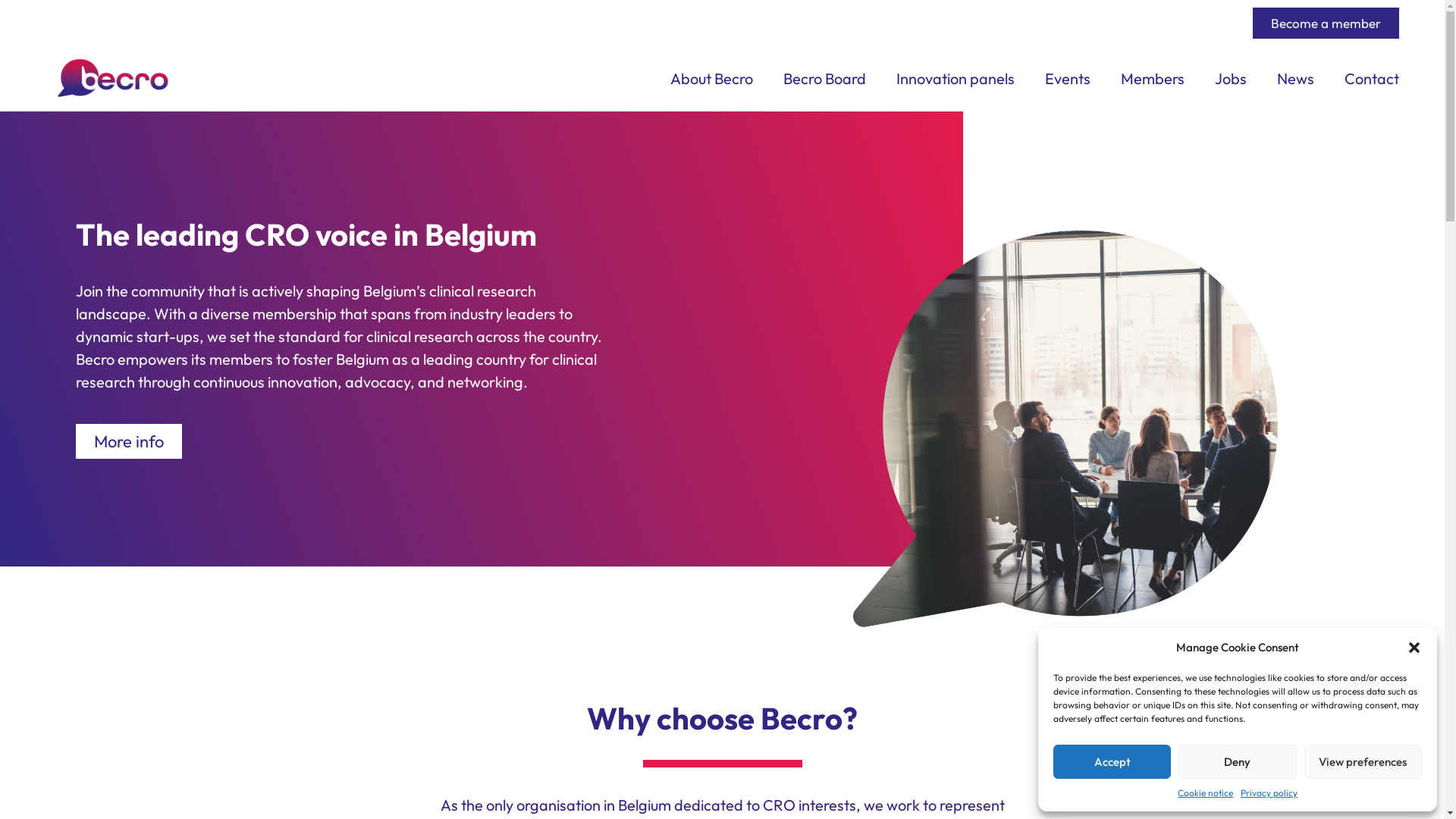 This screenshot has width=1456, height=819. I want to click on 'Jobs', so click(1230, 79).